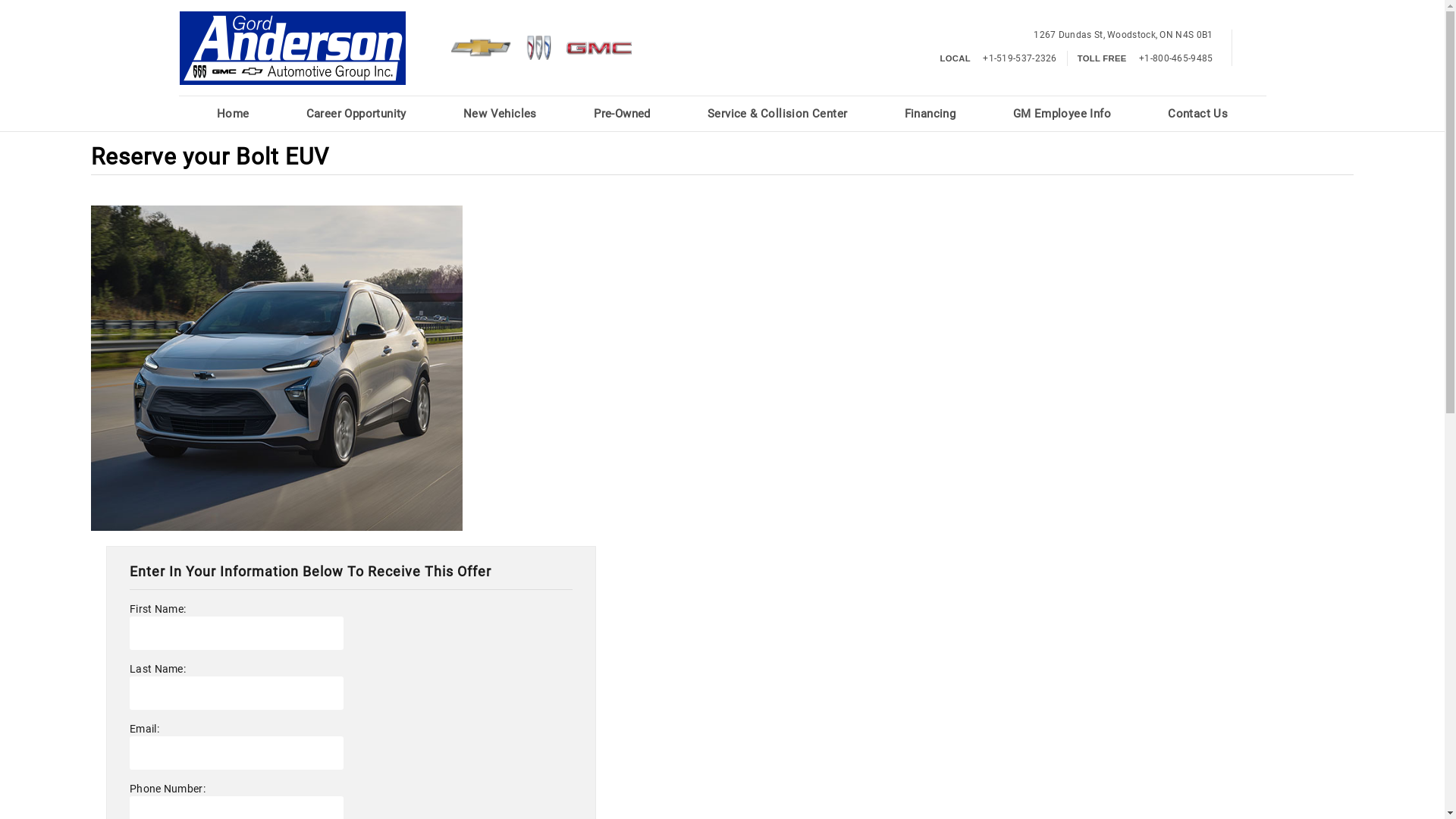 Image resolution: width=1456 pixels, height=819 pixels. Describe the element at coordinates (939, 58) in the screenshot. I see `'LOCAL +1-519-537-2326'` at that location.